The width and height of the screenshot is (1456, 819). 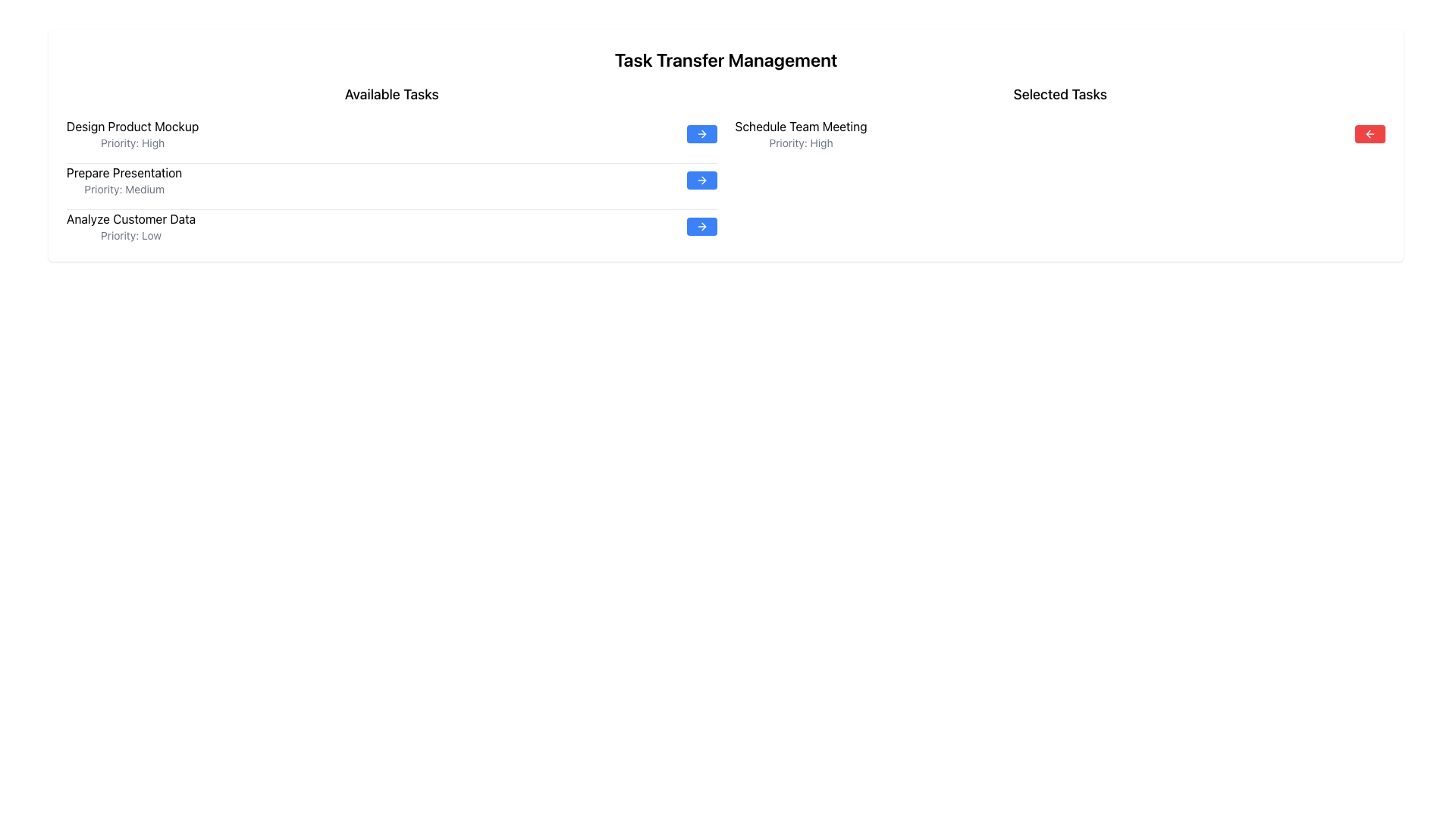 I want to click on information displayed in the first task item located in the 'Available Tasks' section, which includes the task title and priority, so click(x=133, y=133).